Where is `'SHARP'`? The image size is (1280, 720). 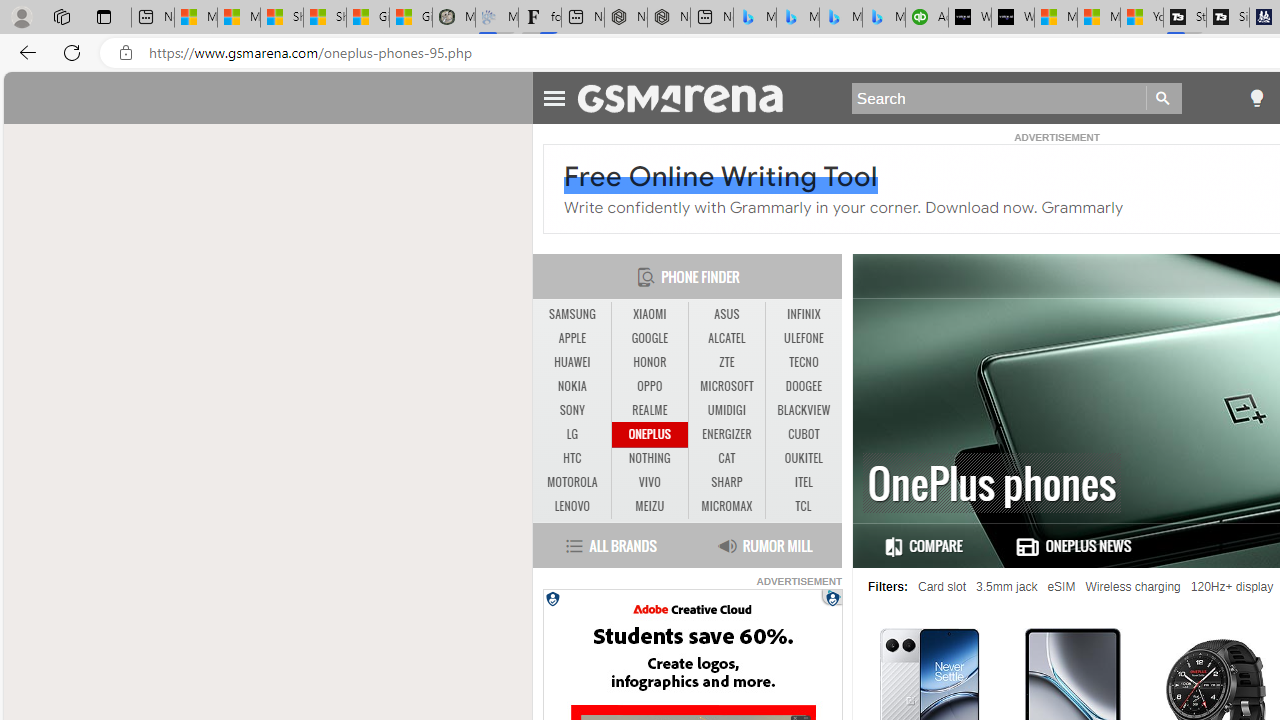
'SHARP' is located at coordinates (726, 483).